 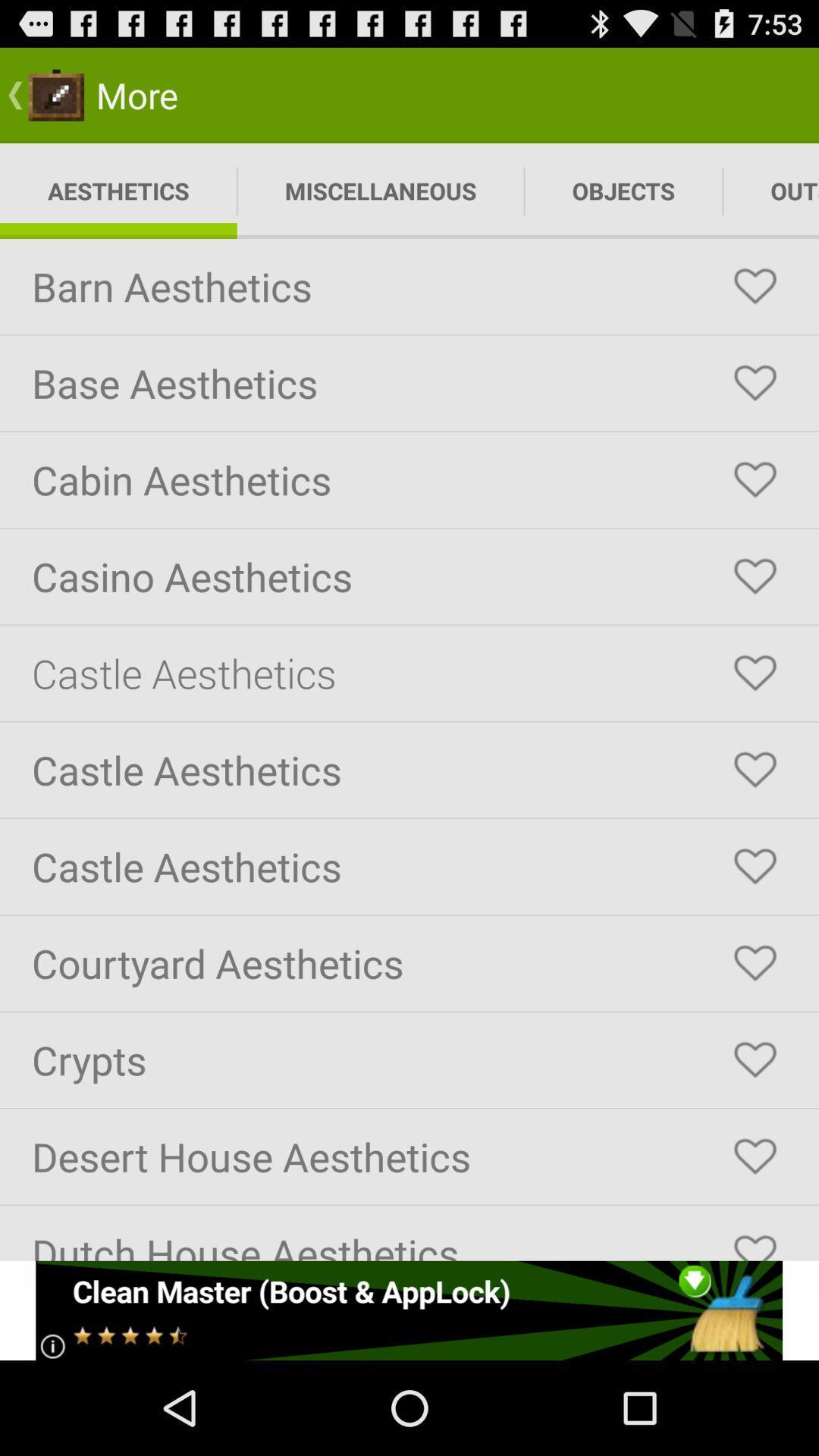 I want to click on like castle aesthetics, so click(x=755, y=770).